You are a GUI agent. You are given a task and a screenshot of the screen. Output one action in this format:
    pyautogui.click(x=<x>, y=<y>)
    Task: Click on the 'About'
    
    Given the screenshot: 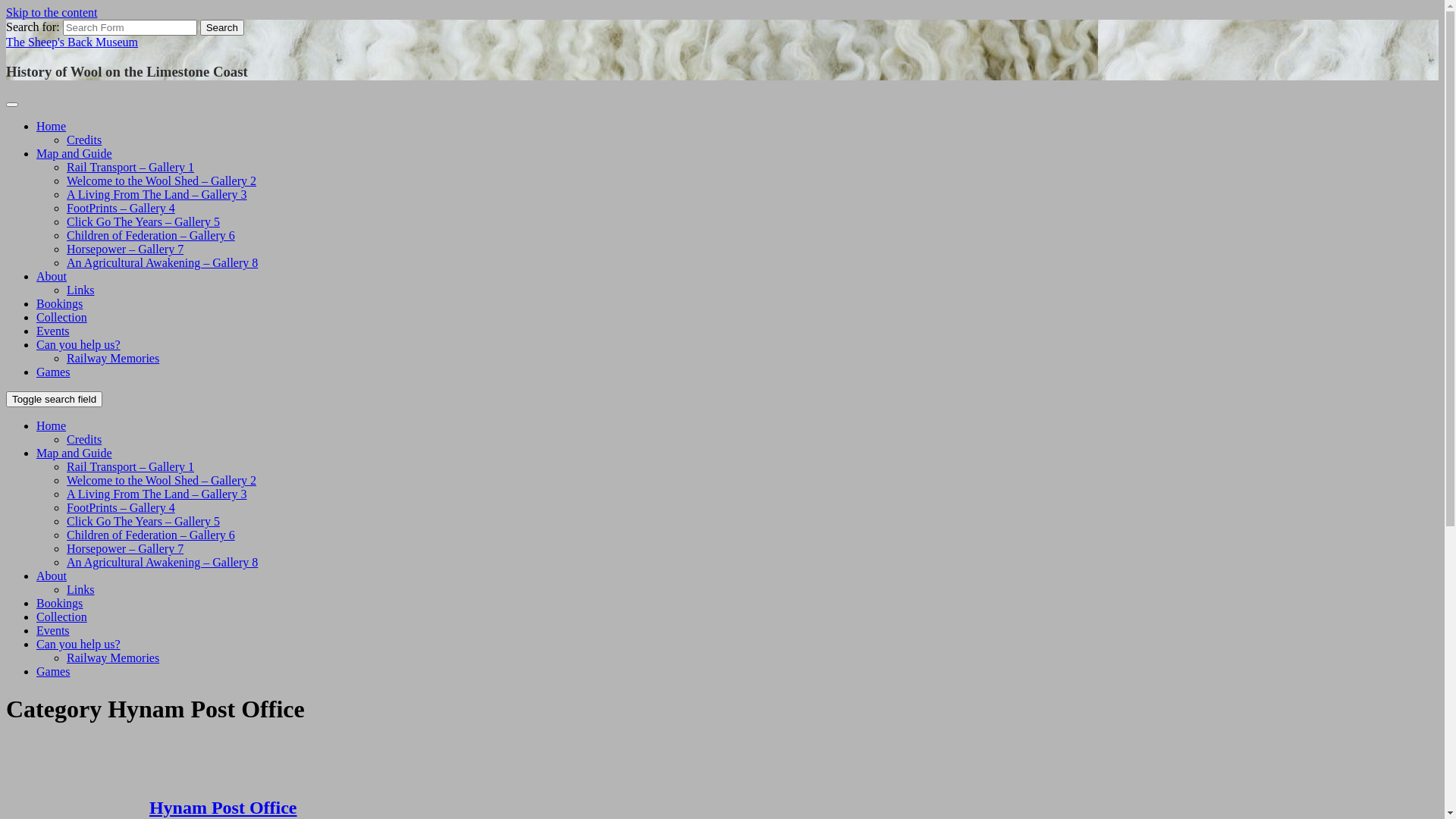 What is the action you would take?
    pyautogui.click(x=51, y=276)
    